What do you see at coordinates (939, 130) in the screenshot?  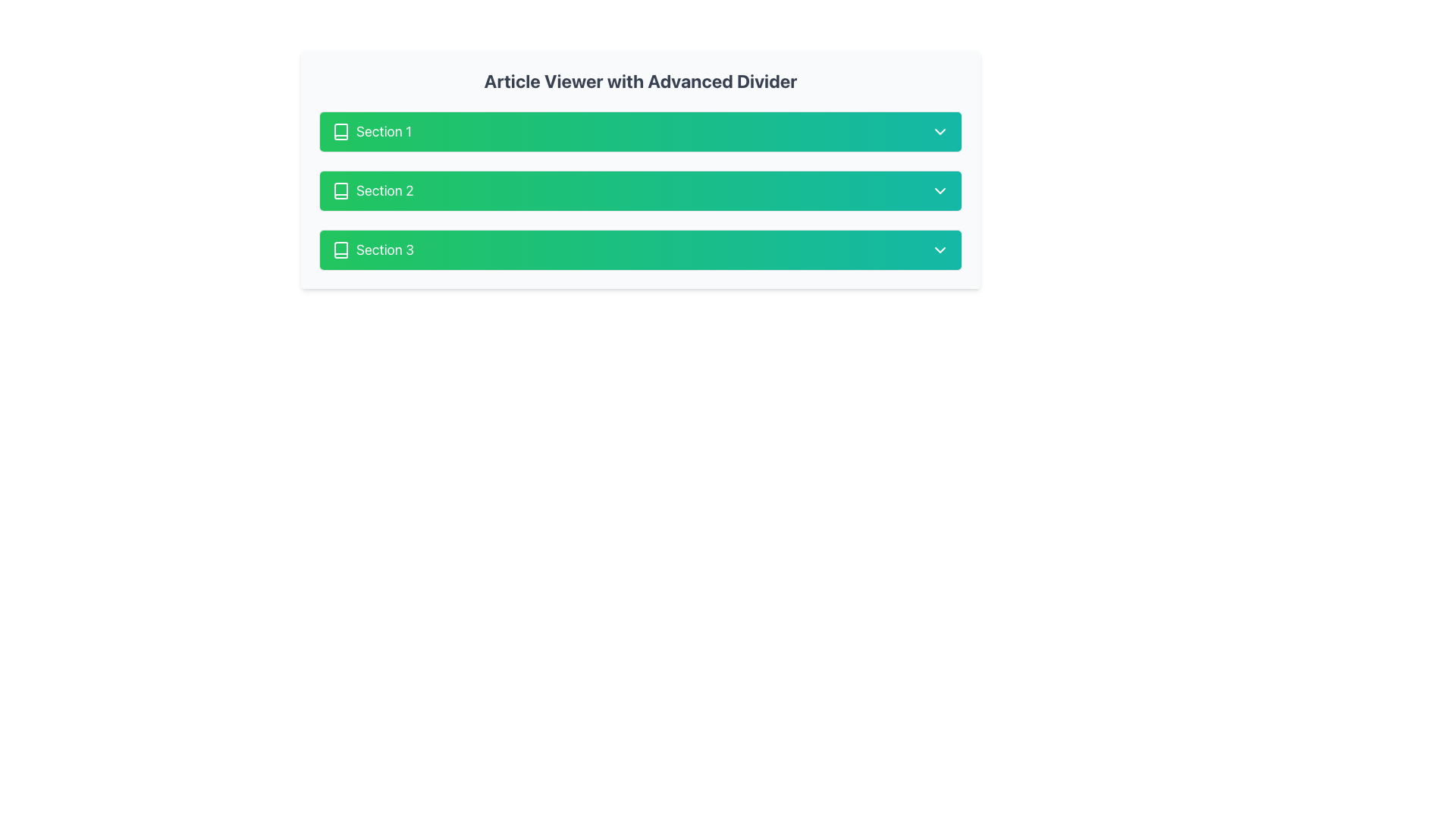 I see `the Chevron Down icon located at the far right of the 'Section 1' button, which indicates the collapsible nature of this section` at bounding box center [939, 130].